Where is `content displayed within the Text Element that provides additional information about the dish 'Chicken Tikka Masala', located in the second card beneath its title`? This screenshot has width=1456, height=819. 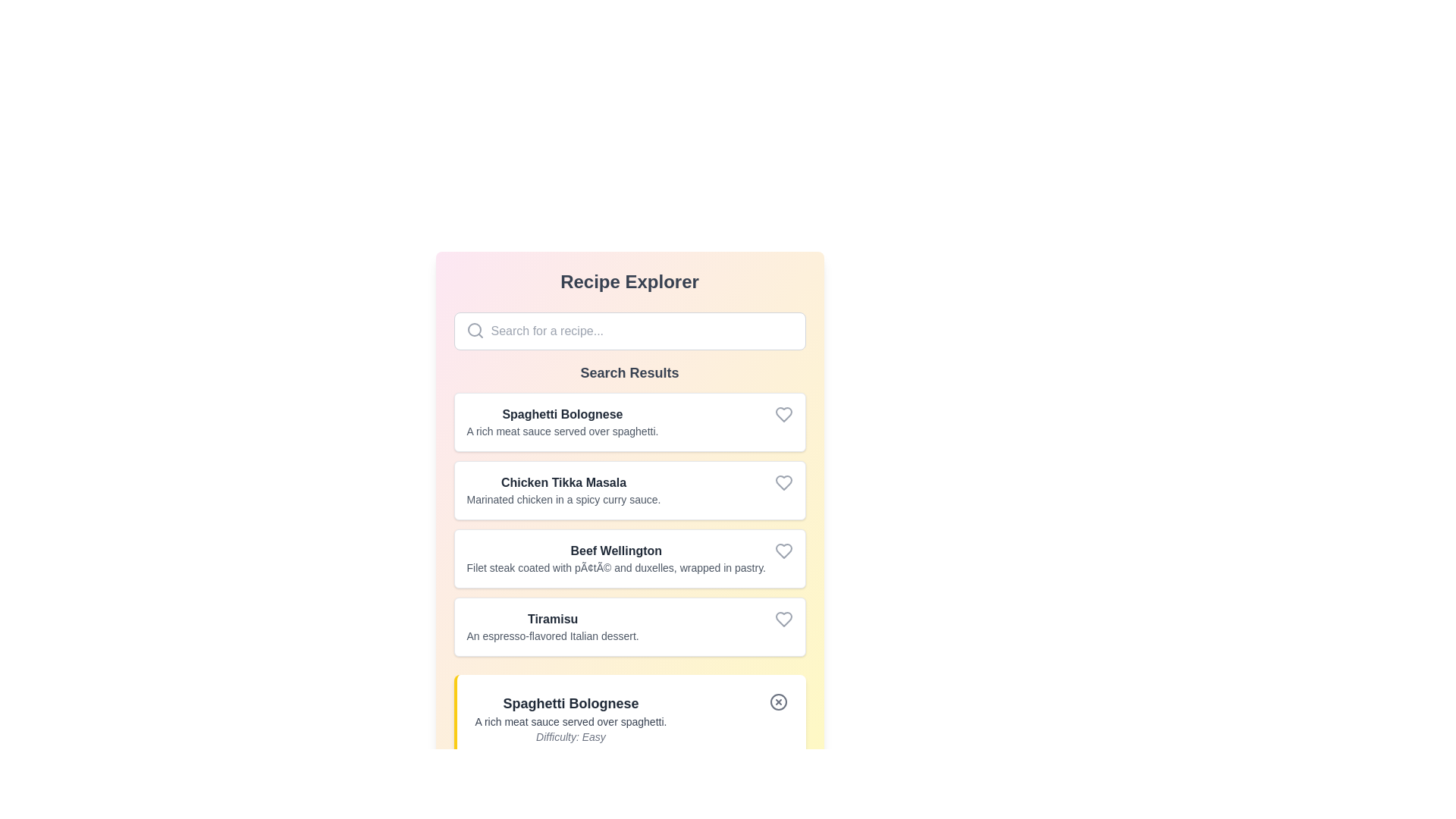 content displayed within the Text Element that provides additional information about the dish 'Chicken Tikka Masala', located in the second card beneath its title is located at coordinates (563, 500).